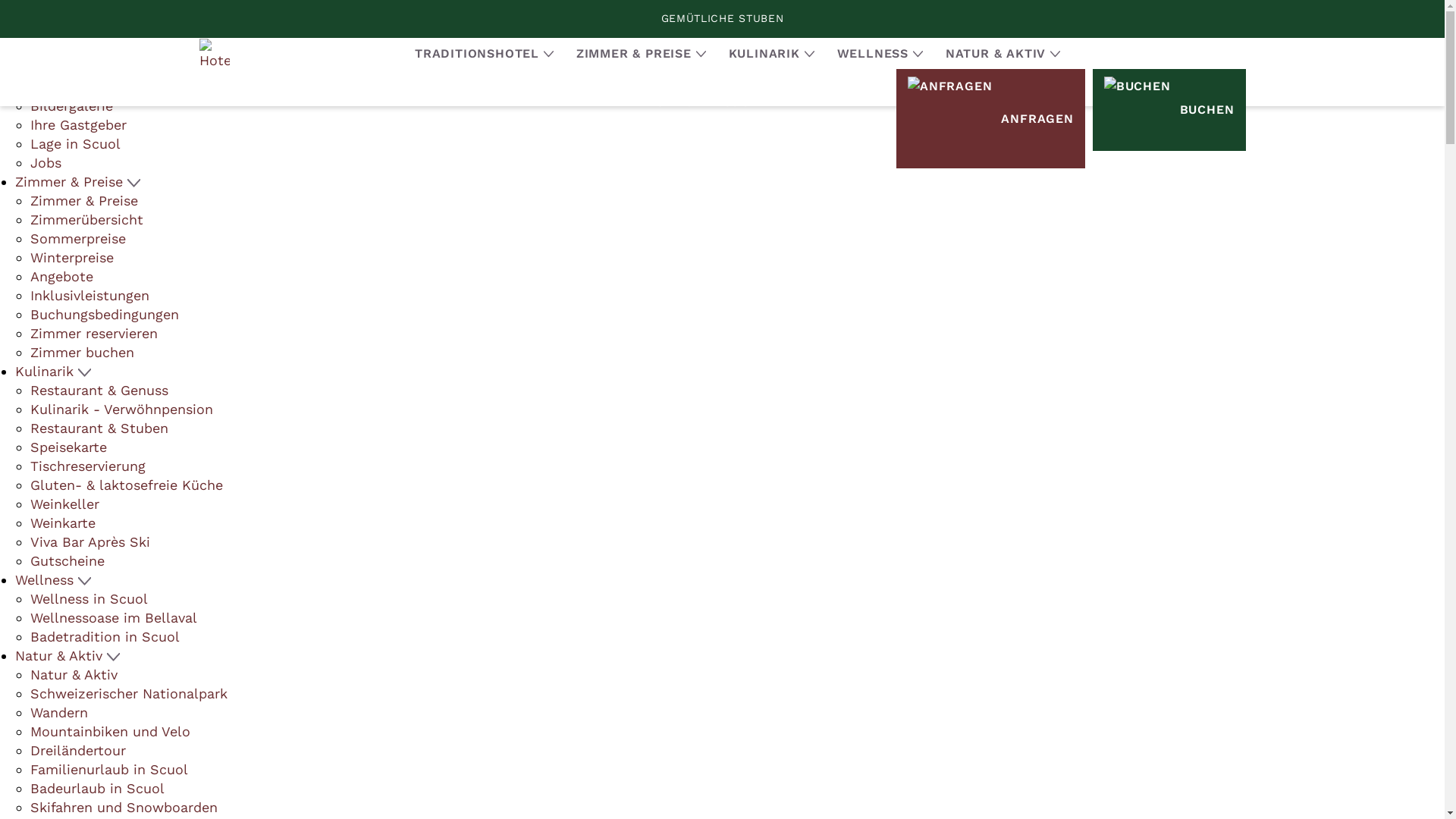 This screenshot has height=819, width=1456. What do you see at coordinates (108, 769) in the screenshot?
I see `'Familienurlaub in Scuol'` at bounding box center [108, 769].